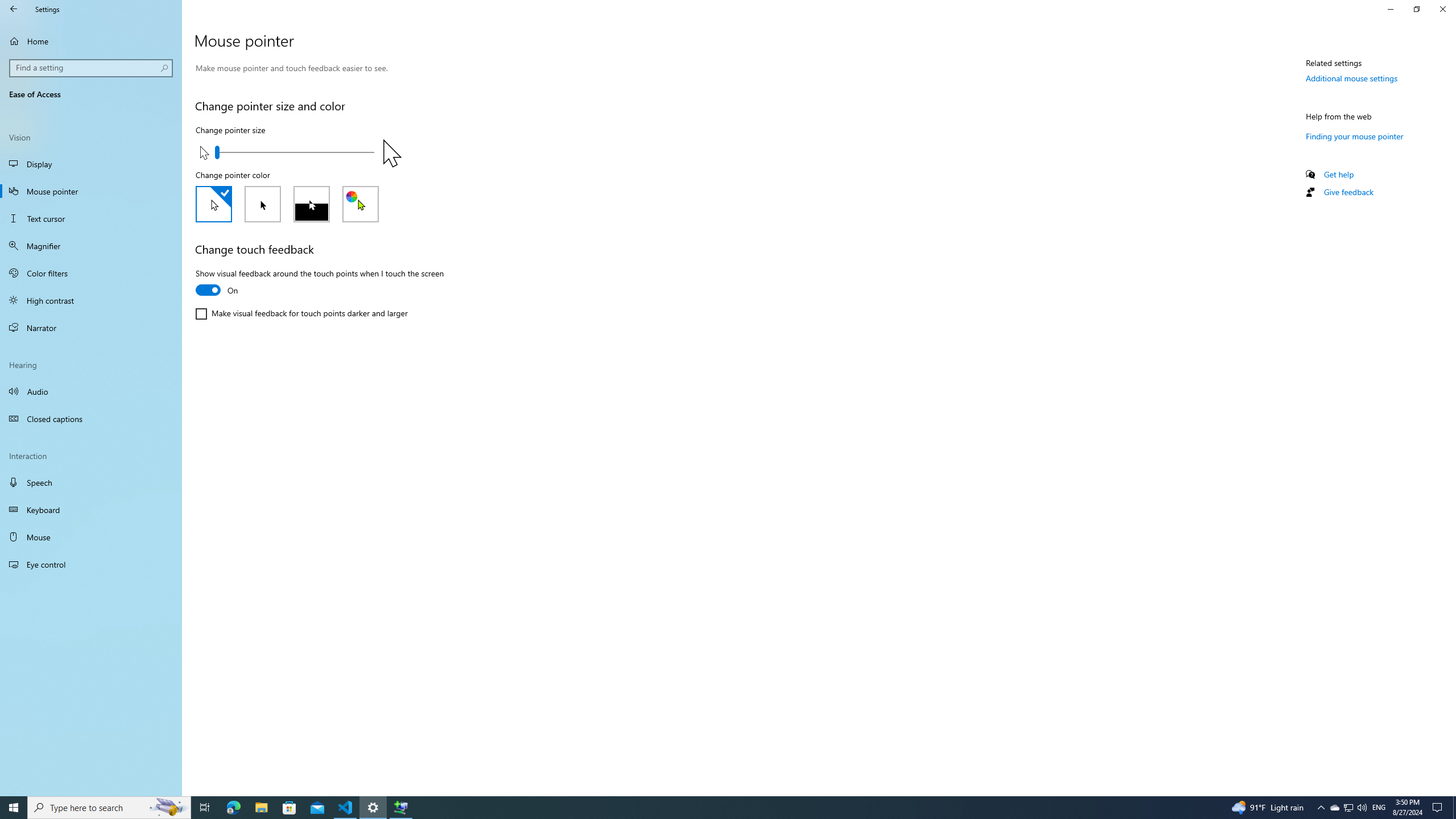 The width and height of the screenshot is (1456, 819). I want to click on 'Color filters', so click(90, 272).